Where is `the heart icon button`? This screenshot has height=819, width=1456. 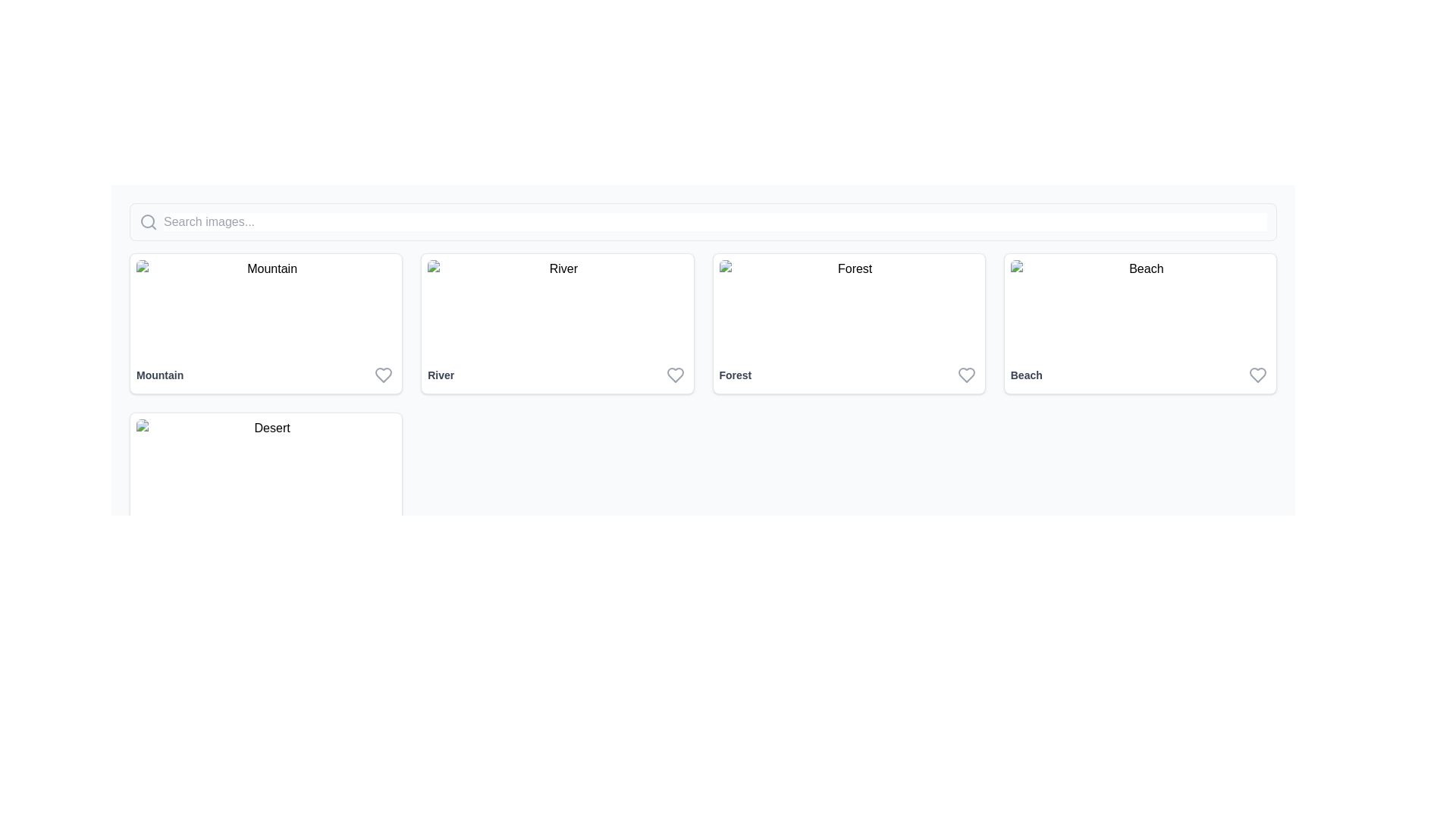 the heart icon button is located at coordinates (384, 375).